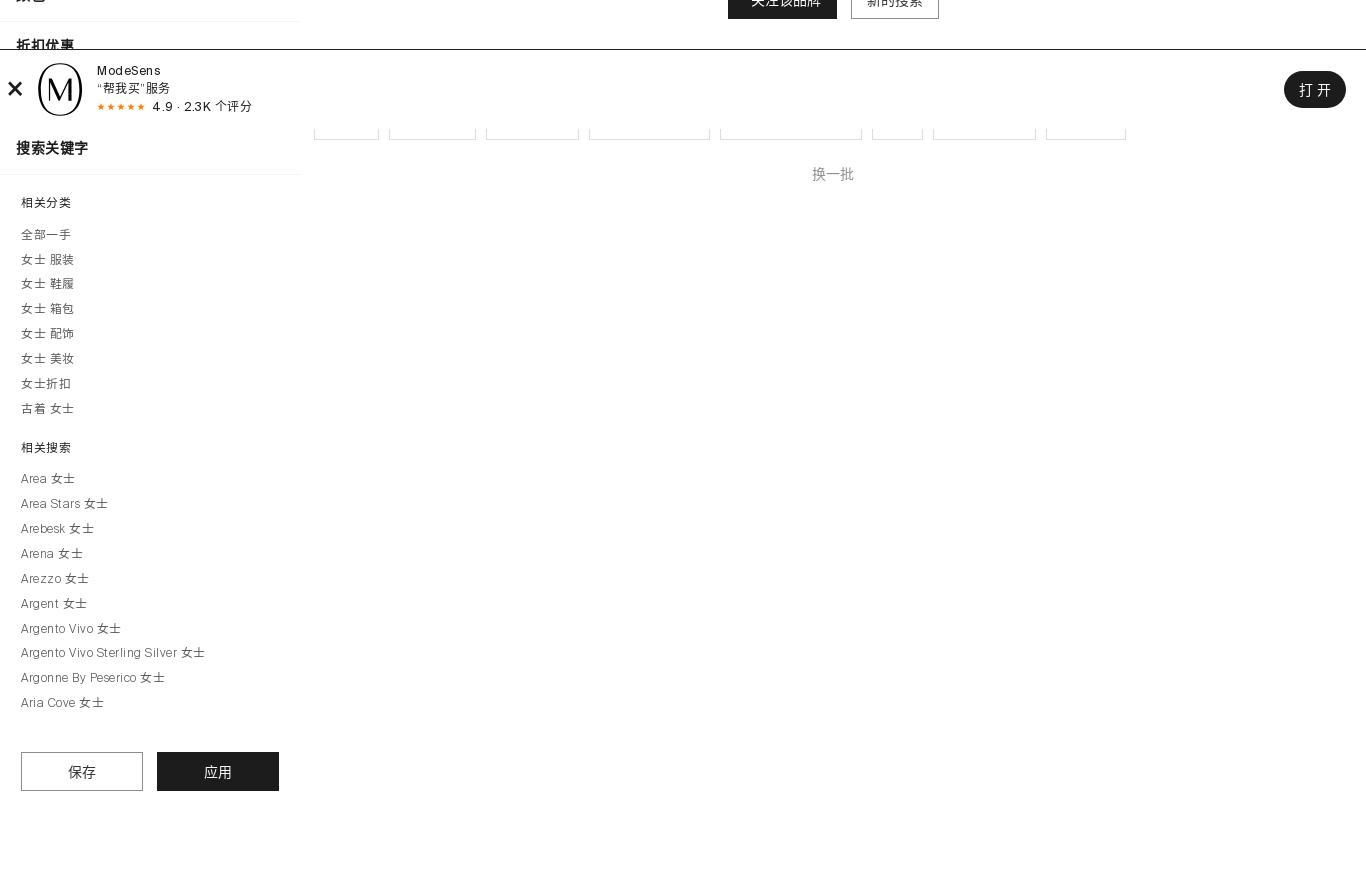 This screenshot has height=871, width=1366. Describe the element at coordinates (984, 119) in the screenshot. I see `'BALENCIAGA'` at that location.